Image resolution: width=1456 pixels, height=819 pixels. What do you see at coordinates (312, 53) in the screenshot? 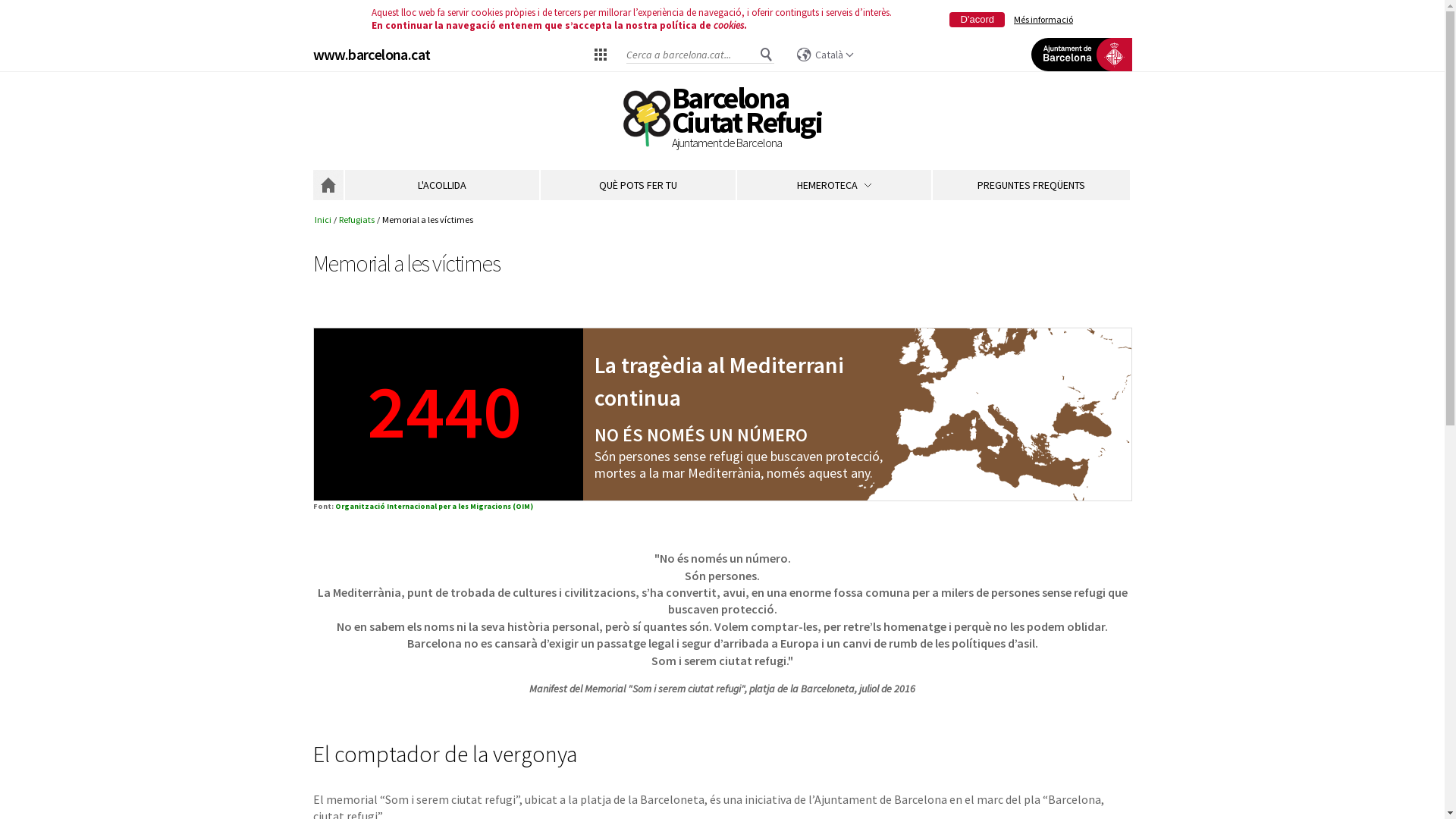
I see `'www.barcelona.cat'` at bounding box center [312, 53].